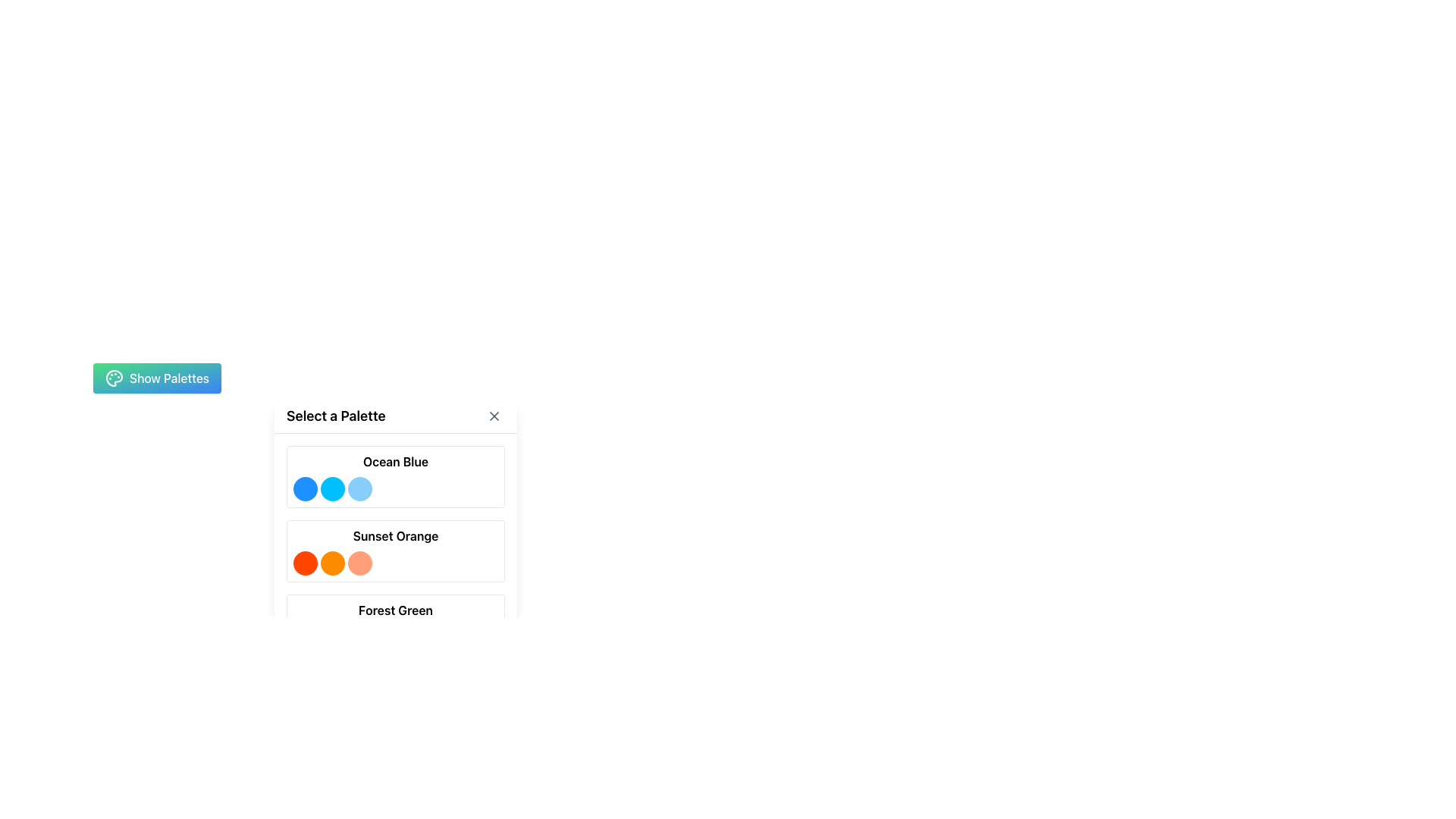 The height and width of the screenshot is (819, 1456). I want to click on the 'X' icon button located at the top-right corner of the 'Select a Palette' section to trigger the hover effect, so click(494, 416).